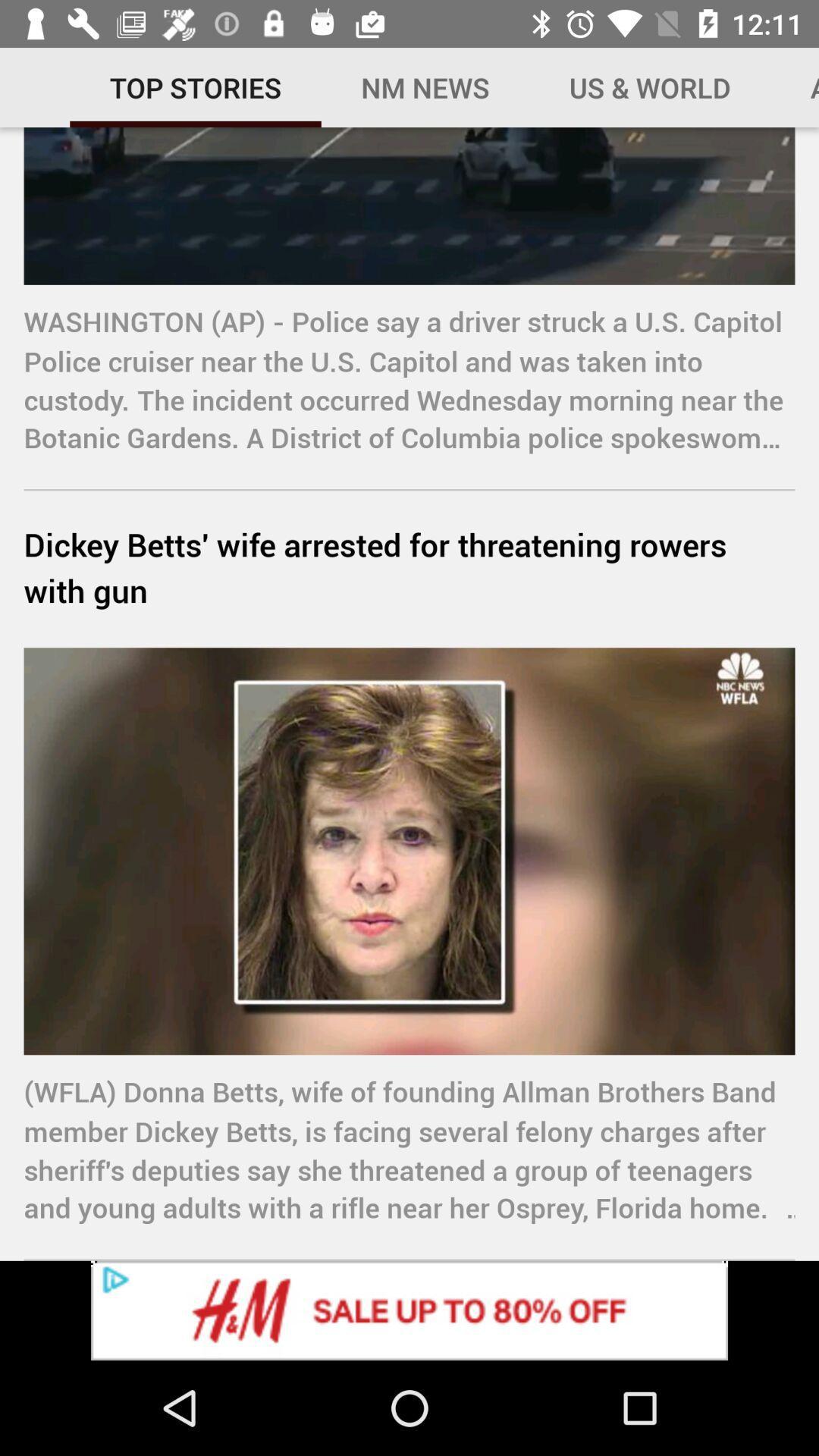  What do you see at coordinates (409, 1310) in the screenshot?
I see `advertisement website` at bounding box center [409, 1310].